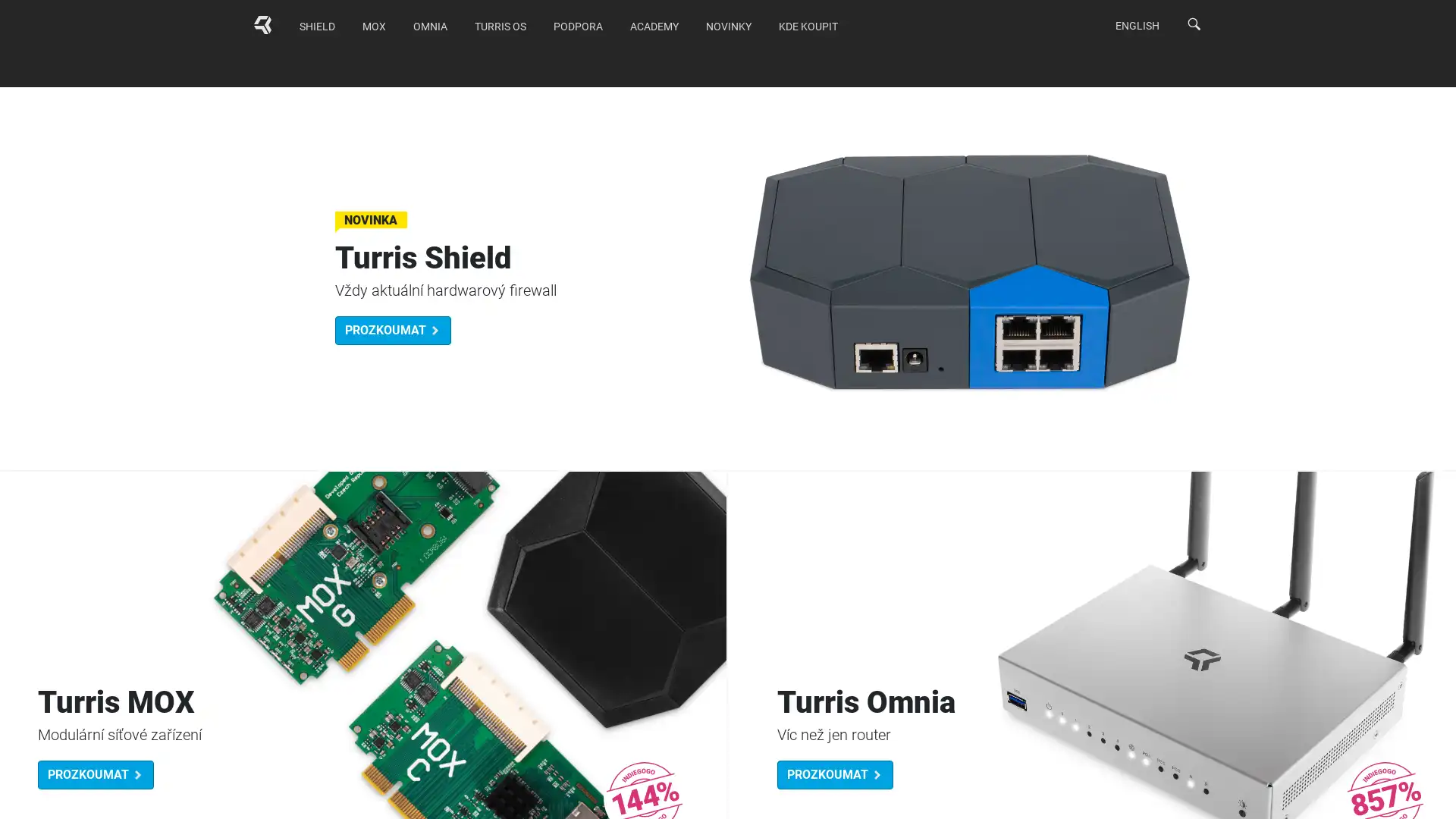 The image size is (1456, 819). Describe the element at coordinates (1193, 24) in the screenshot. I see `Search icon` at that location.